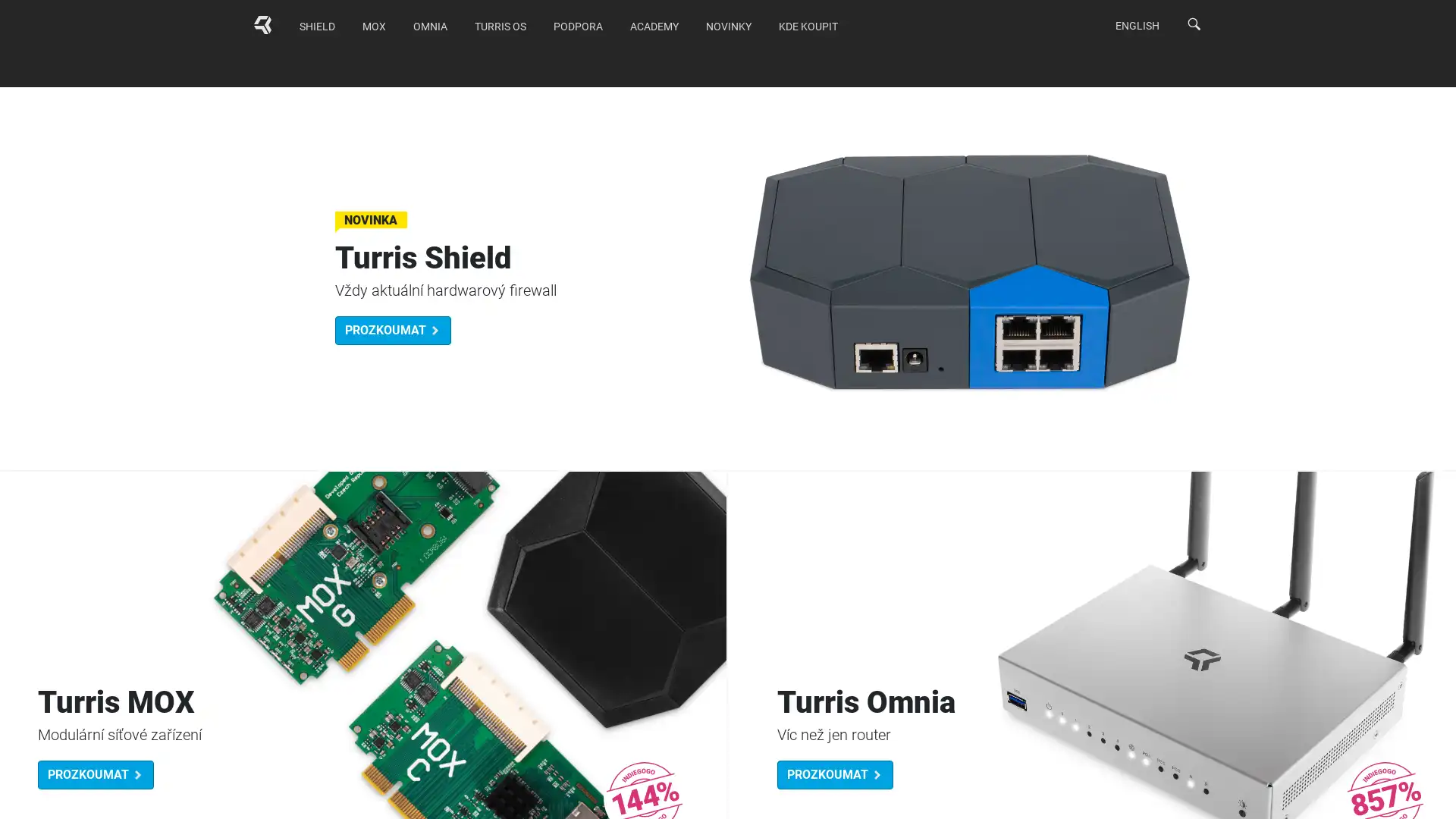 The image size is (1456, 819). Describe the element at coordinates (1193, 24) in the screenshot. I see `Search icon` at that location.